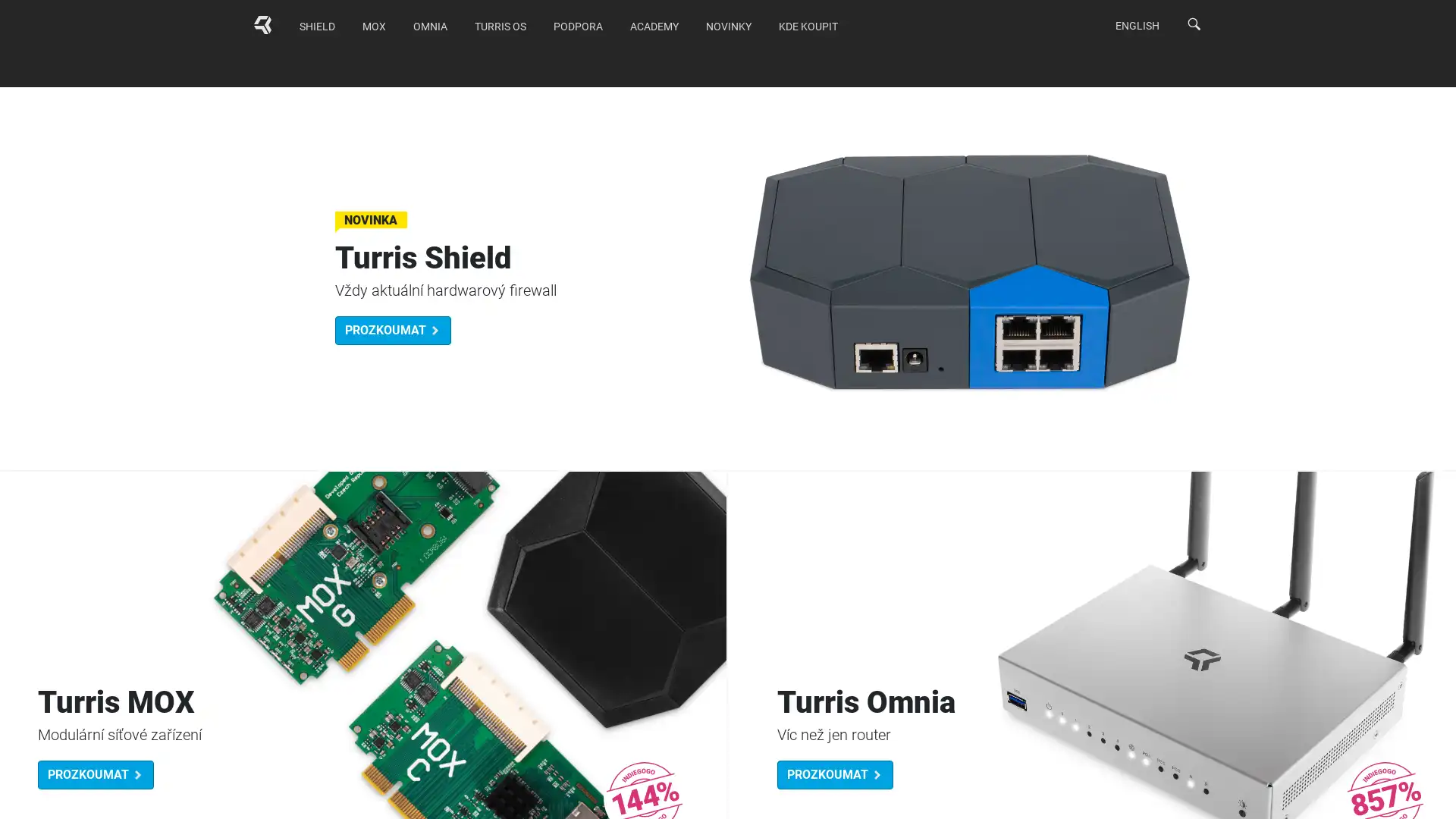 The image size is (1456, 819). Describe the element at coordinates (1193, 24) in the screenshot. I see `Search icon` at that location.